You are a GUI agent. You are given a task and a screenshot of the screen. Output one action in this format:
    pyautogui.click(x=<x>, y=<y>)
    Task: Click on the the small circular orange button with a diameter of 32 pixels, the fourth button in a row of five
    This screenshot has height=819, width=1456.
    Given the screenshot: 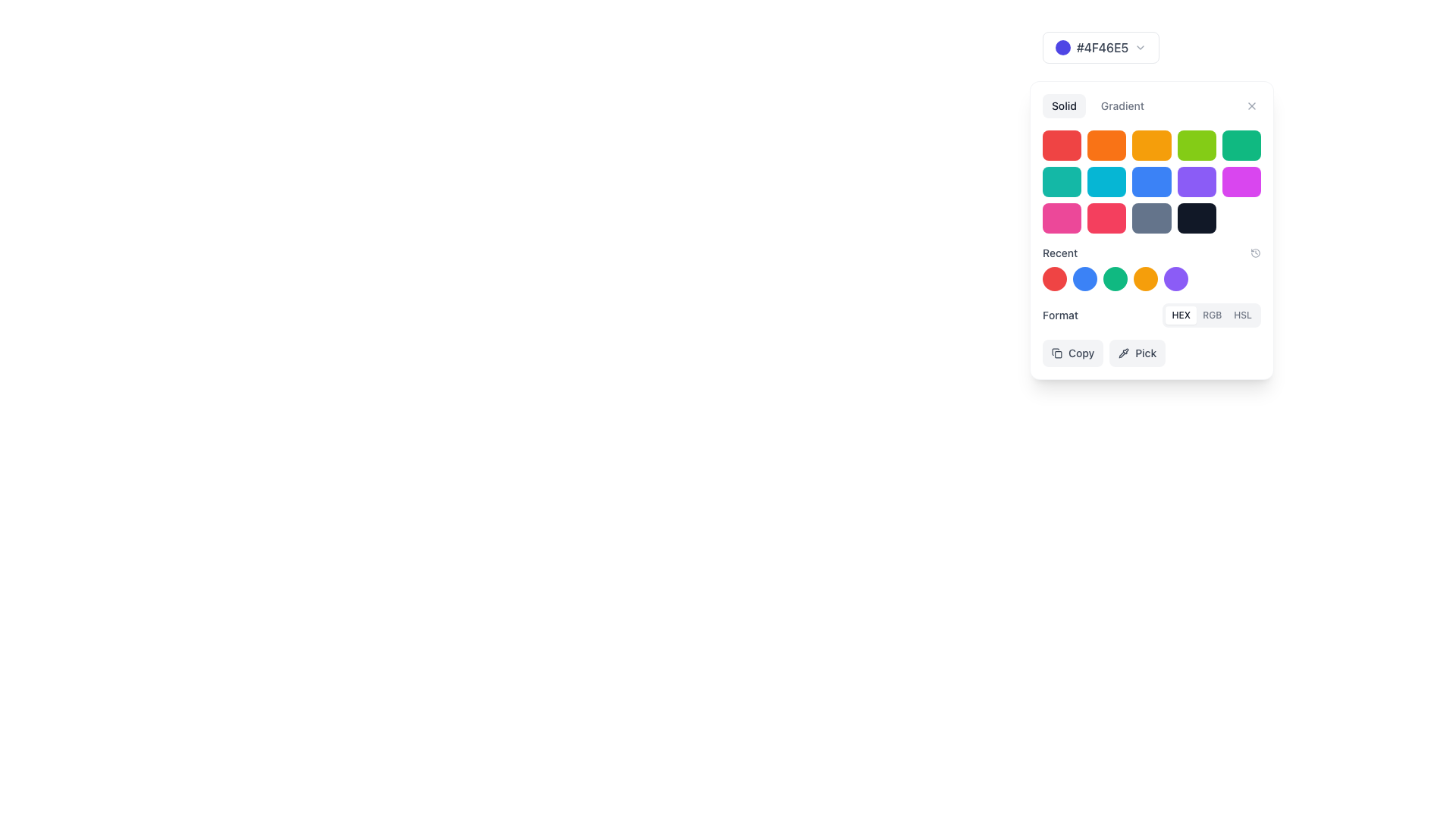 What is the action you would take?
    pyautogui.click(x=1146, y=278)
    